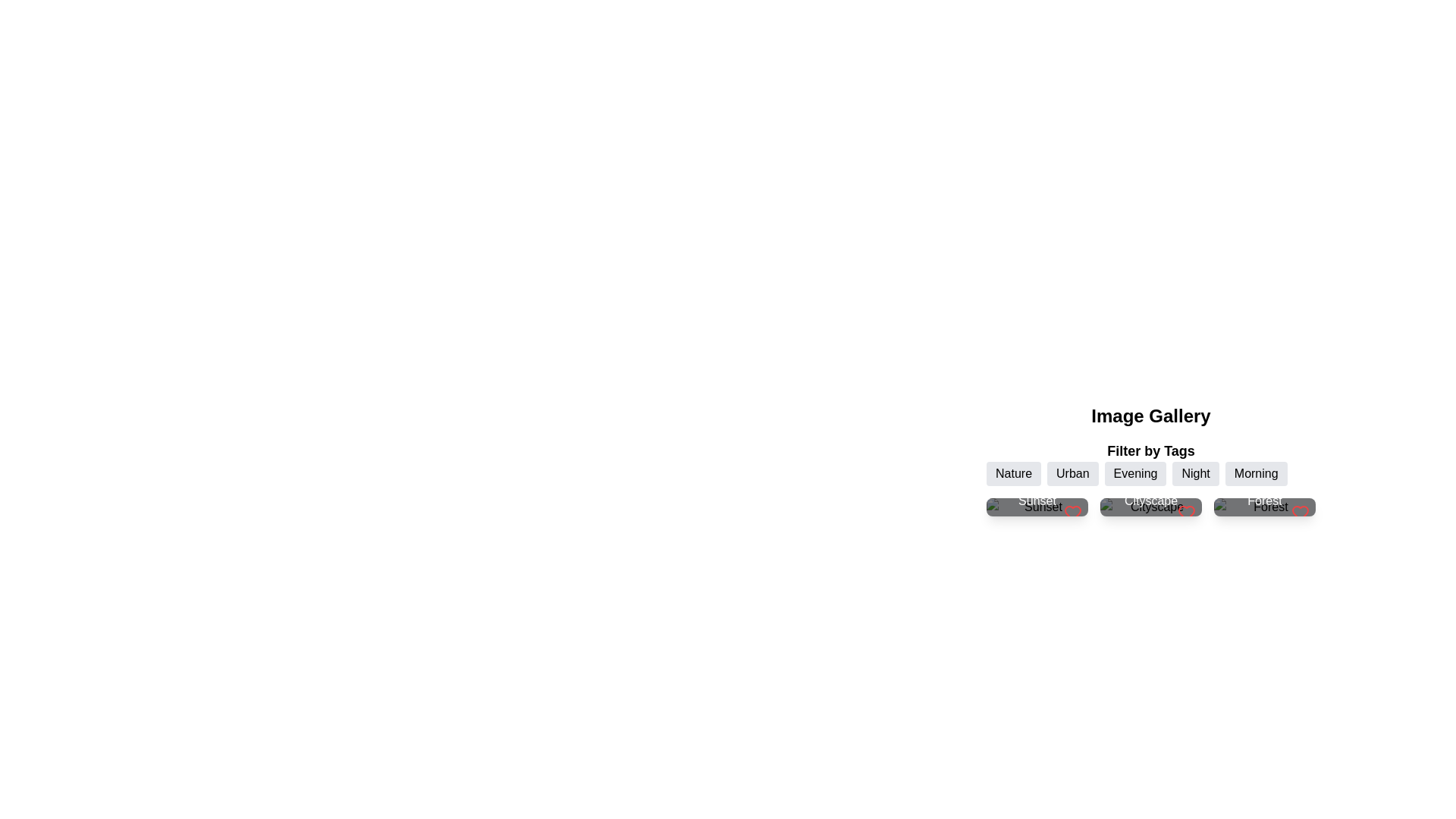 The height and width of the screenshot is (819, 1456). What do you see at coordinates (1150, 507) in the screenshot?
I see `the Image card with caption representing a cityscape, positioned as the second card in the 'Image Gallery', between the 'Sunset' and 'Forest' cards` at bounding box center [1150, 507].